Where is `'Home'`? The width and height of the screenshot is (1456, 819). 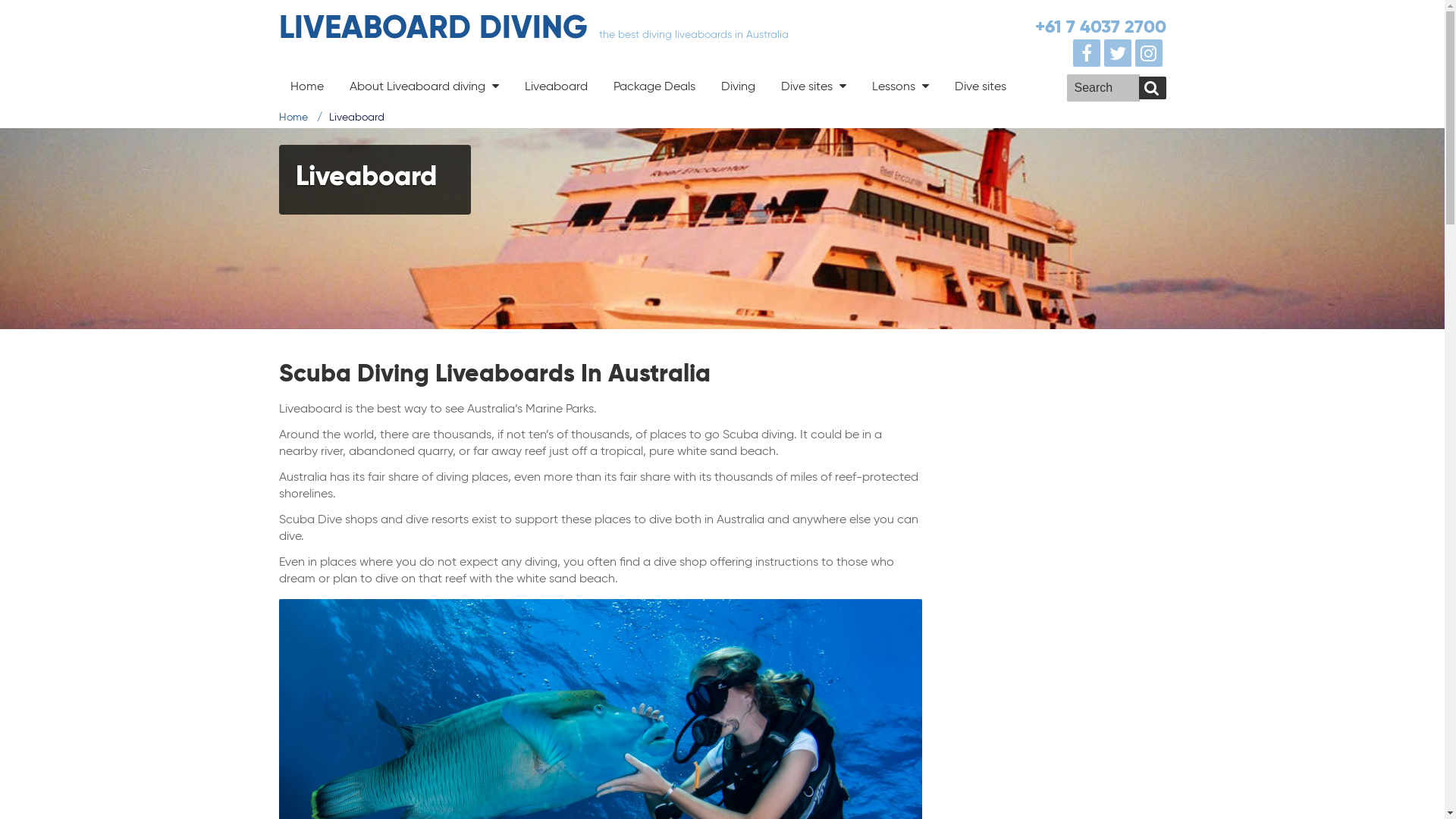
'Home' is located at coordinates (293, 116).